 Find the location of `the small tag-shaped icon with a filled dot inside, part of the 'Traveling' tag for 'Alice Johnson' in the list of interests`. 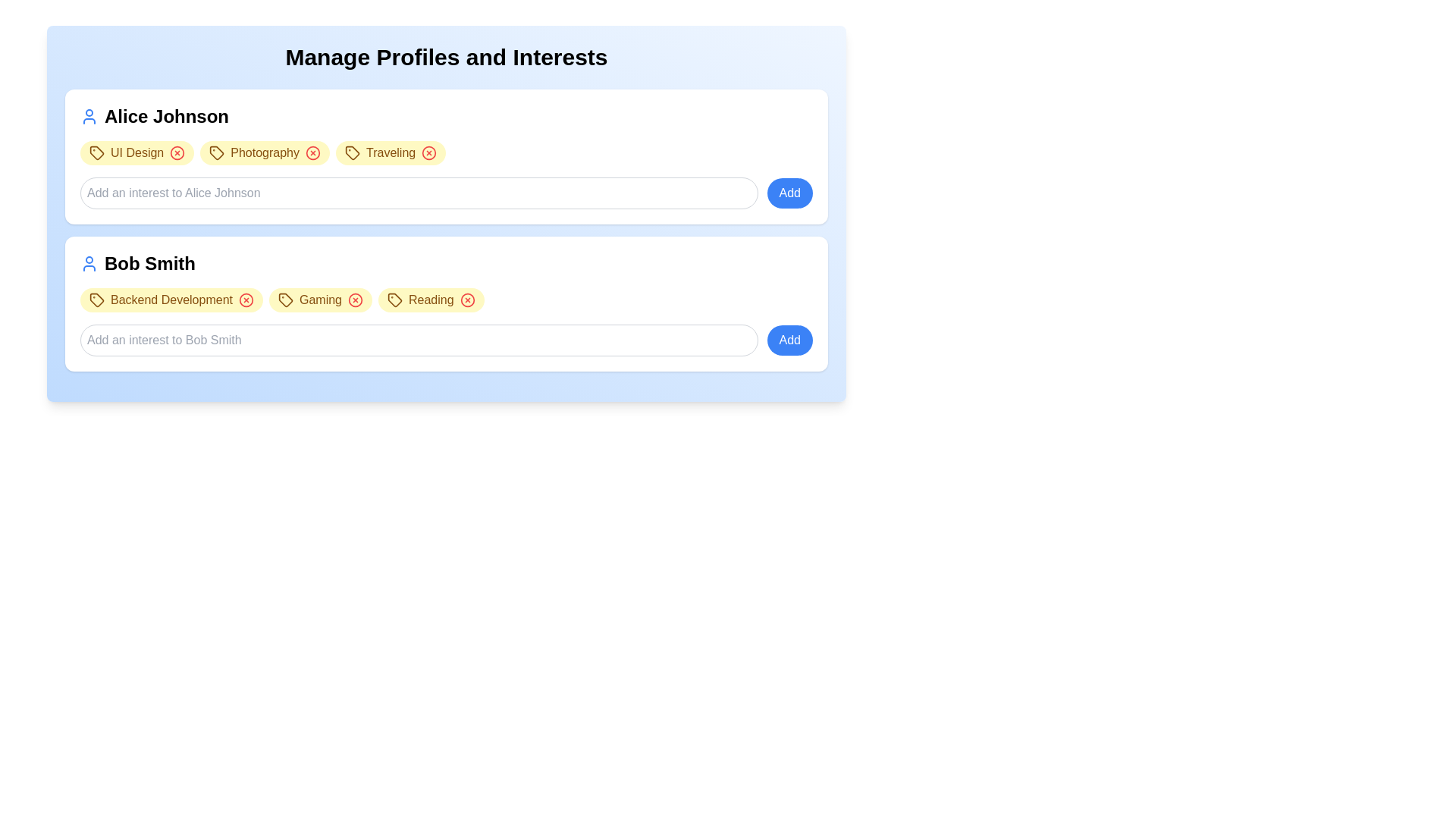

the small tag-shaped icon with a filled dot inside, part of the 'Traveling' tag for 'Alice Johnson' in the list of interests is located at coordinates (352, 152).